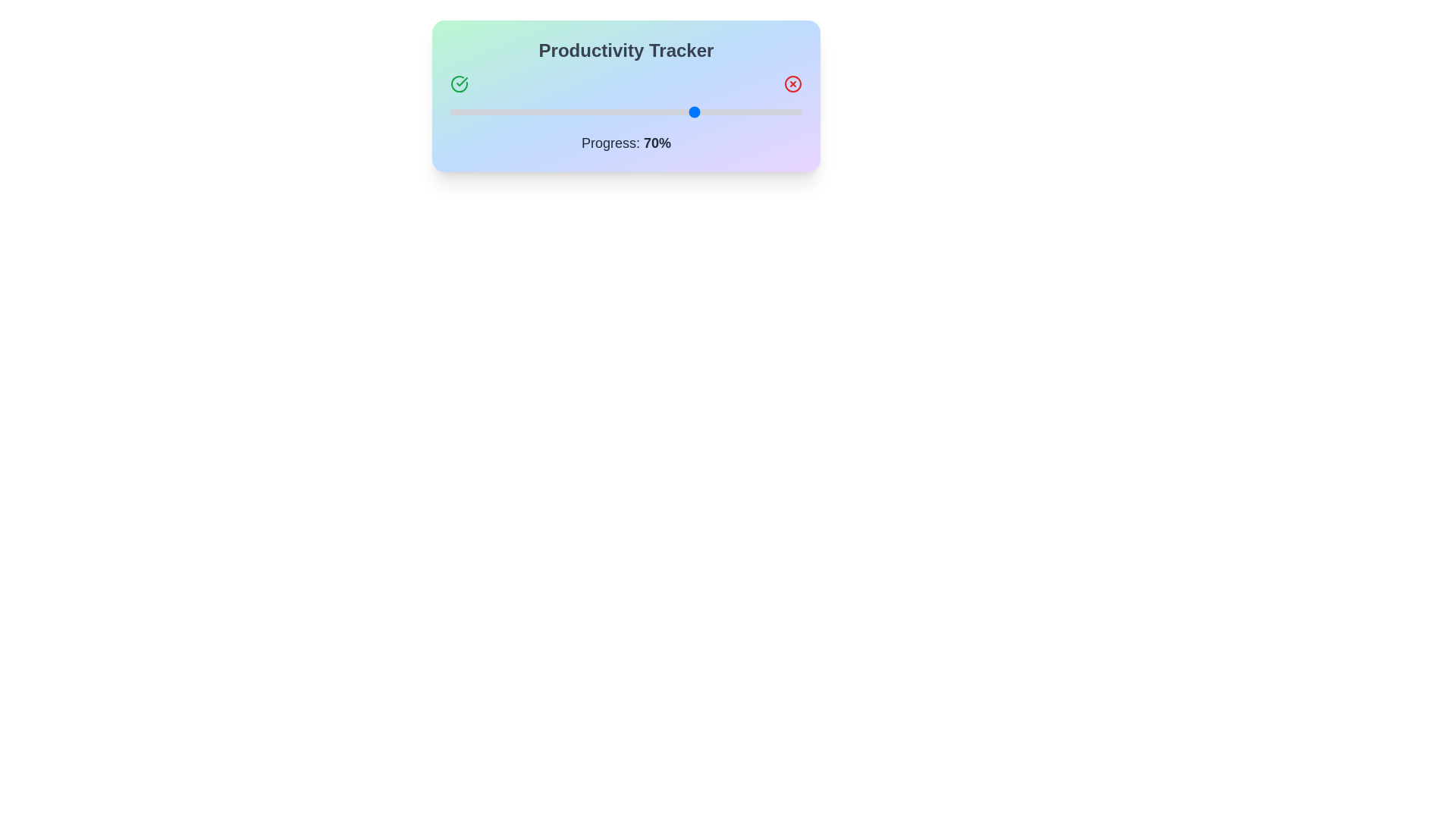 This screenshot has height=819, width=1456. I want to click on the text element that displays the current progress percentage, specifically the '70%' text located centrally below the progress bar, so click(657, 143).